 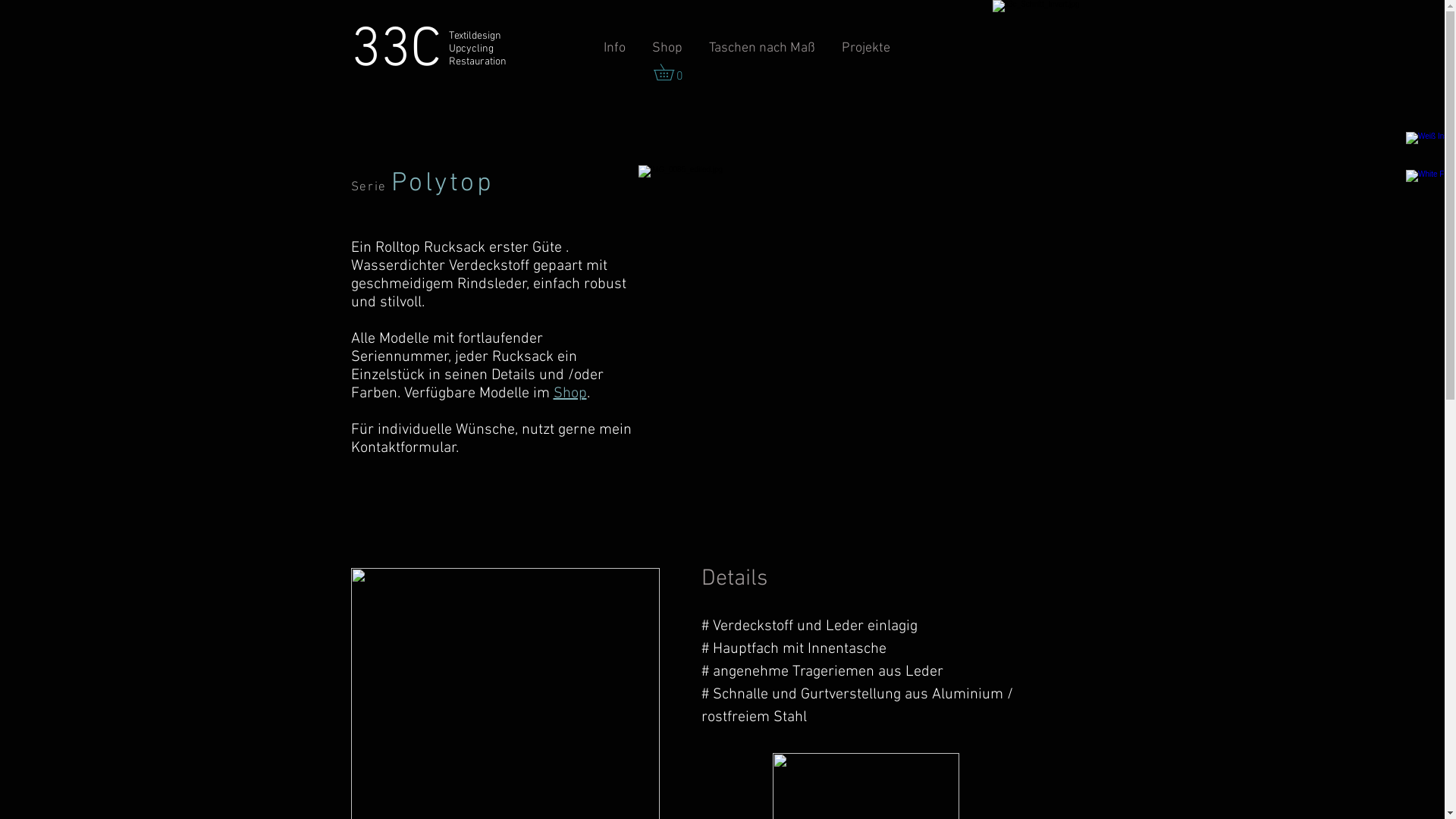 What do you see at coordinates (570, 393) in the screenshot?
I see `'Shop'` at bounding box center [570, 393].